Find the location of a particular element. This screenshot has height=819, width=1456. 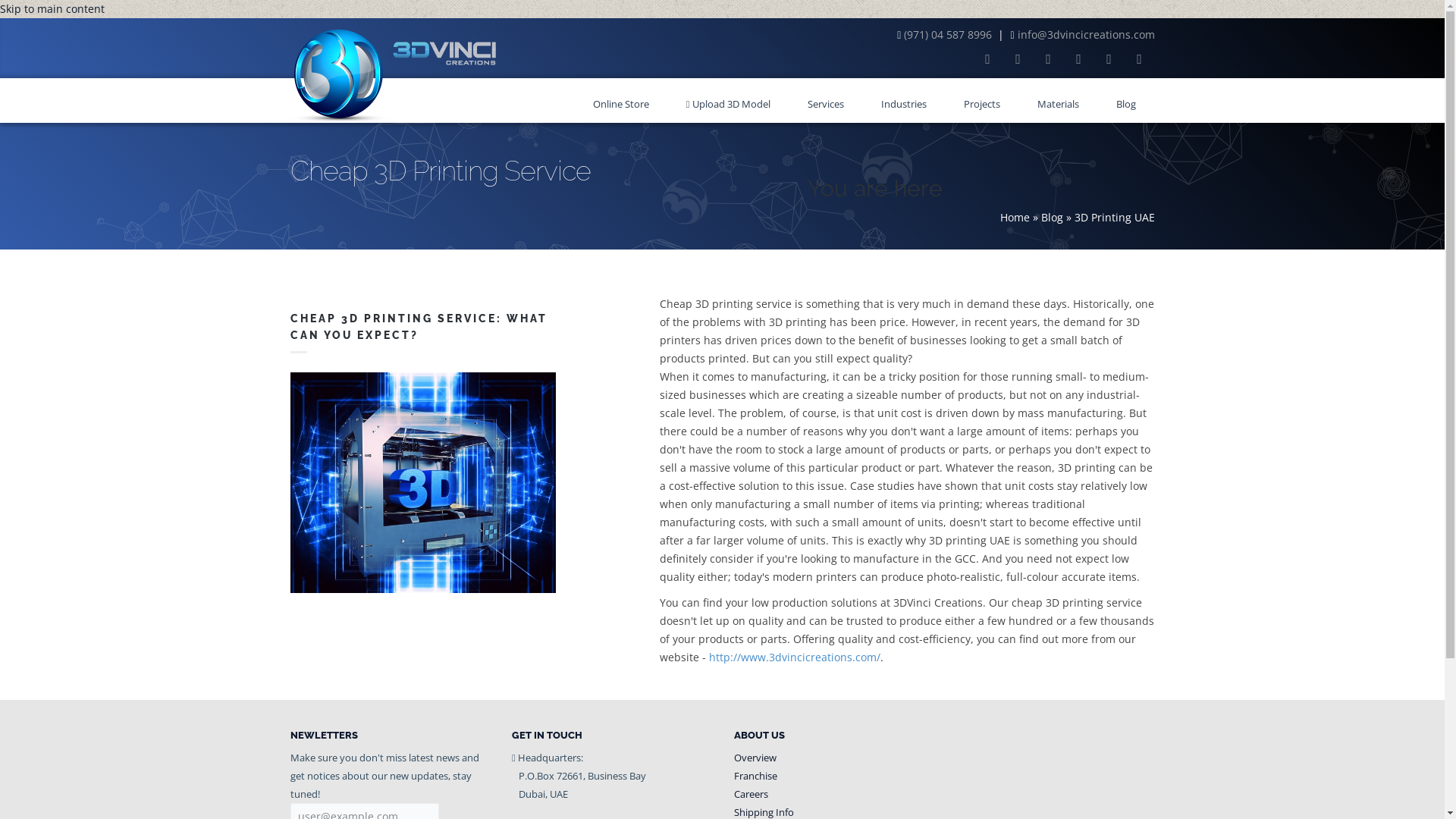

'Overview' is located at coordinates (755, 758).